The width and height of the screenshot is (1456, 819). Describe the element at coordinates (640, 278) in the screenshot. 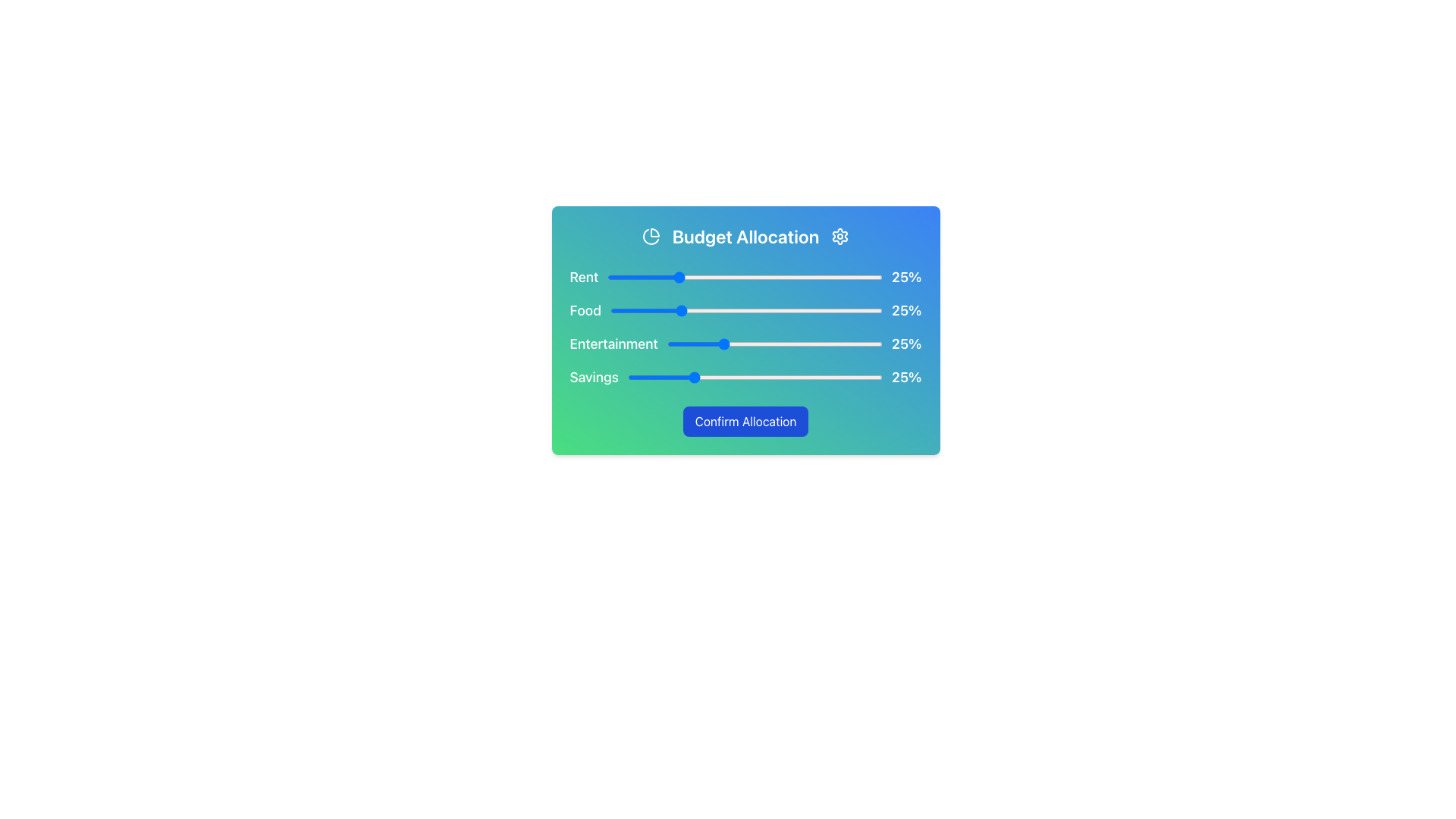

I see `the 'Rent' allocation slider` at that location.